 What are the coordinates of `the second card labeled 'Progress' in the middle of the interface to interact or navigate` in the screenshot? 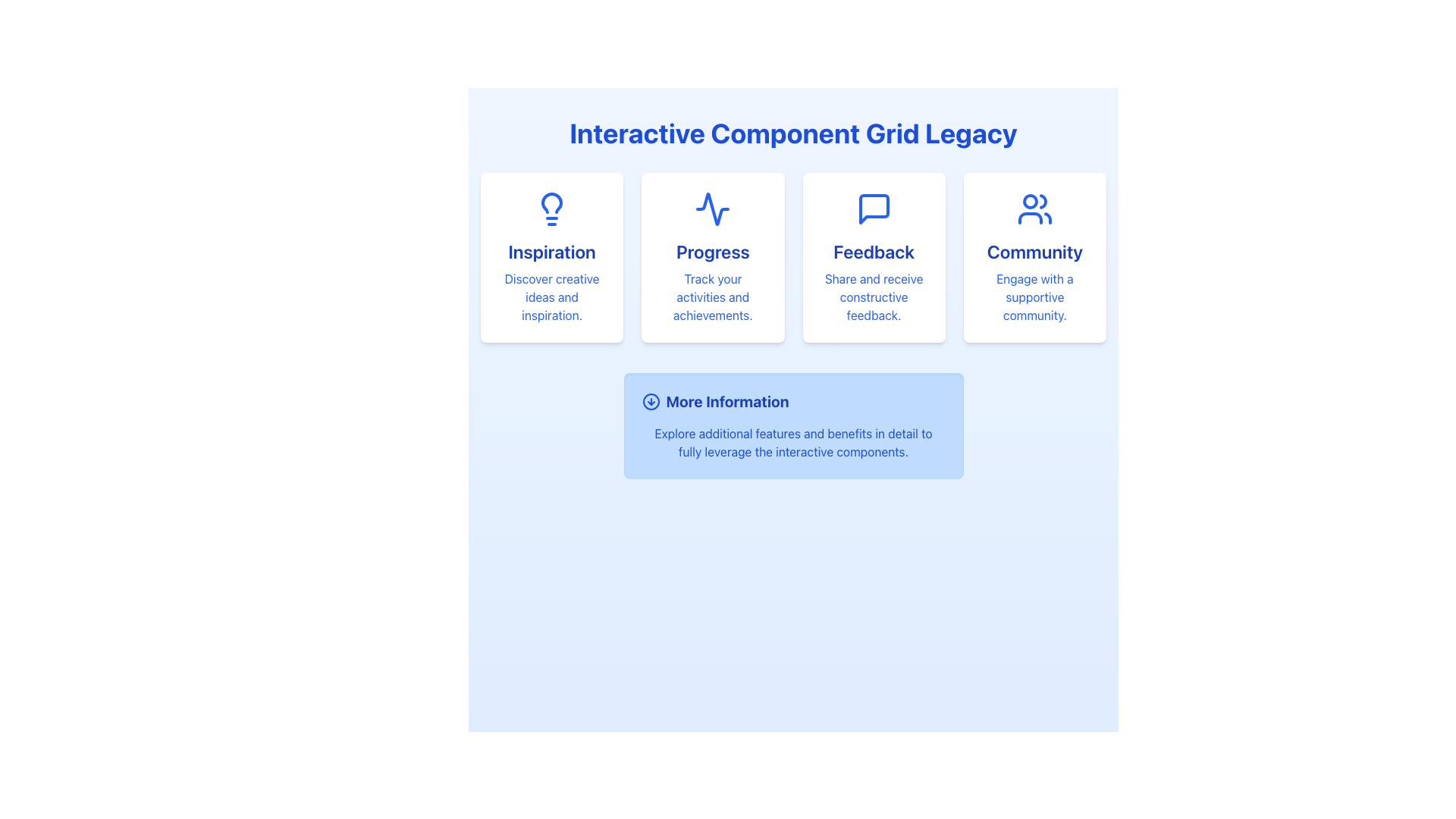 It's located at (712, 256).